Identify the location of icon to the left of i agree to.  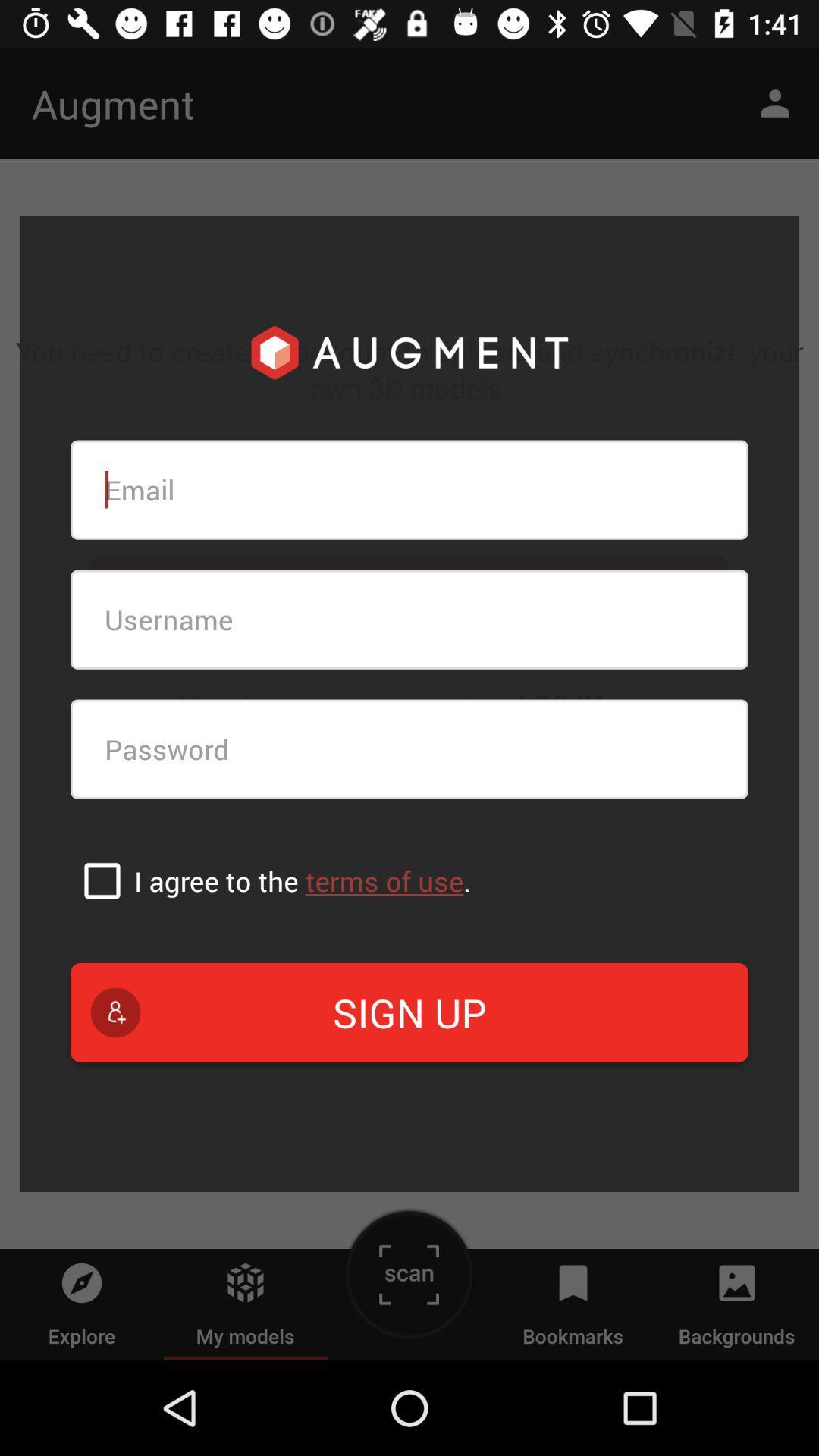
(102, 880).